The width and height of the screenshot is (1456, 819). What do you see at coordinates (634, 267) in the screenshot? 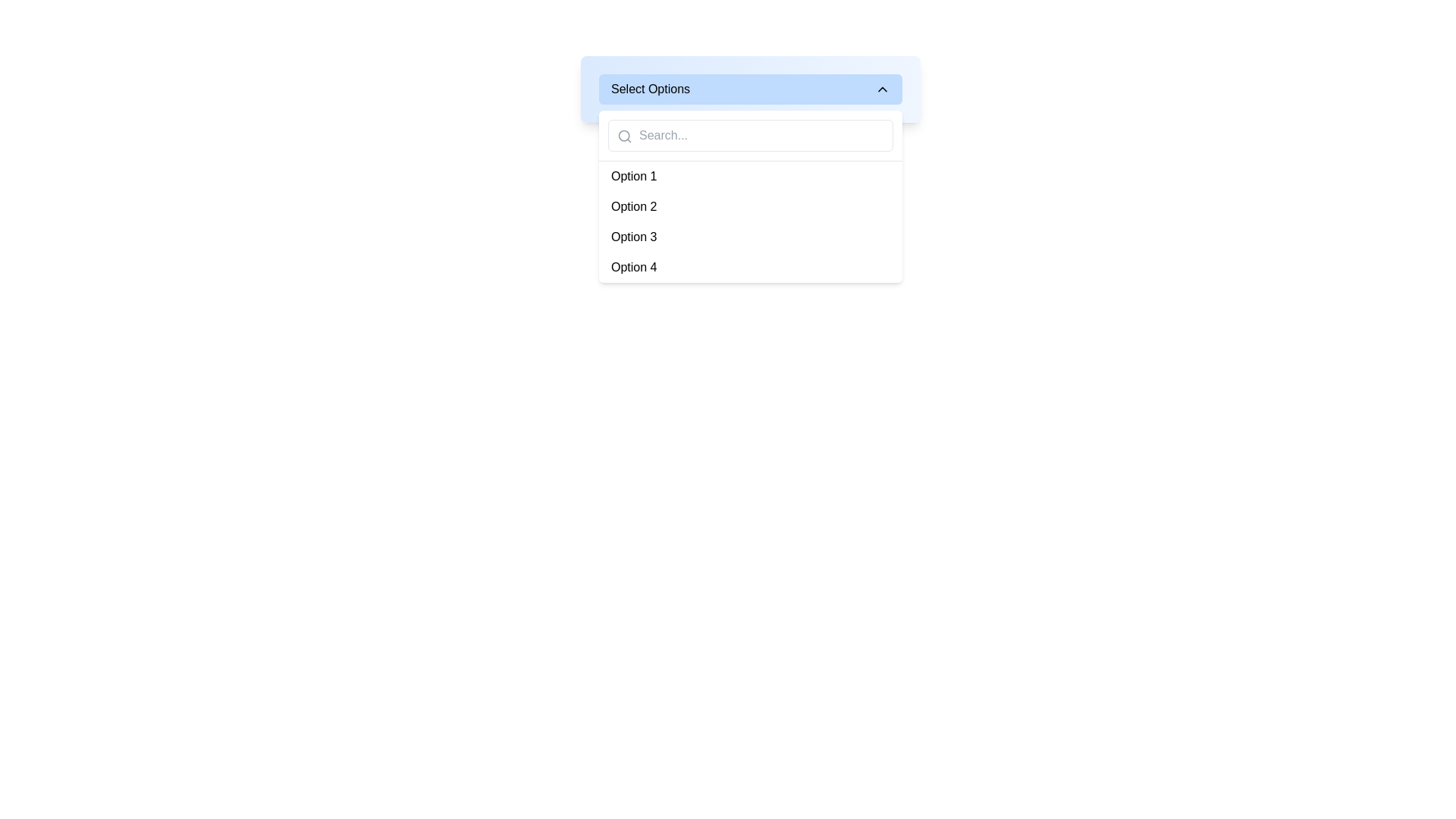
I see `the fourth item in the dropdown list` at bounding box center [634, 267].